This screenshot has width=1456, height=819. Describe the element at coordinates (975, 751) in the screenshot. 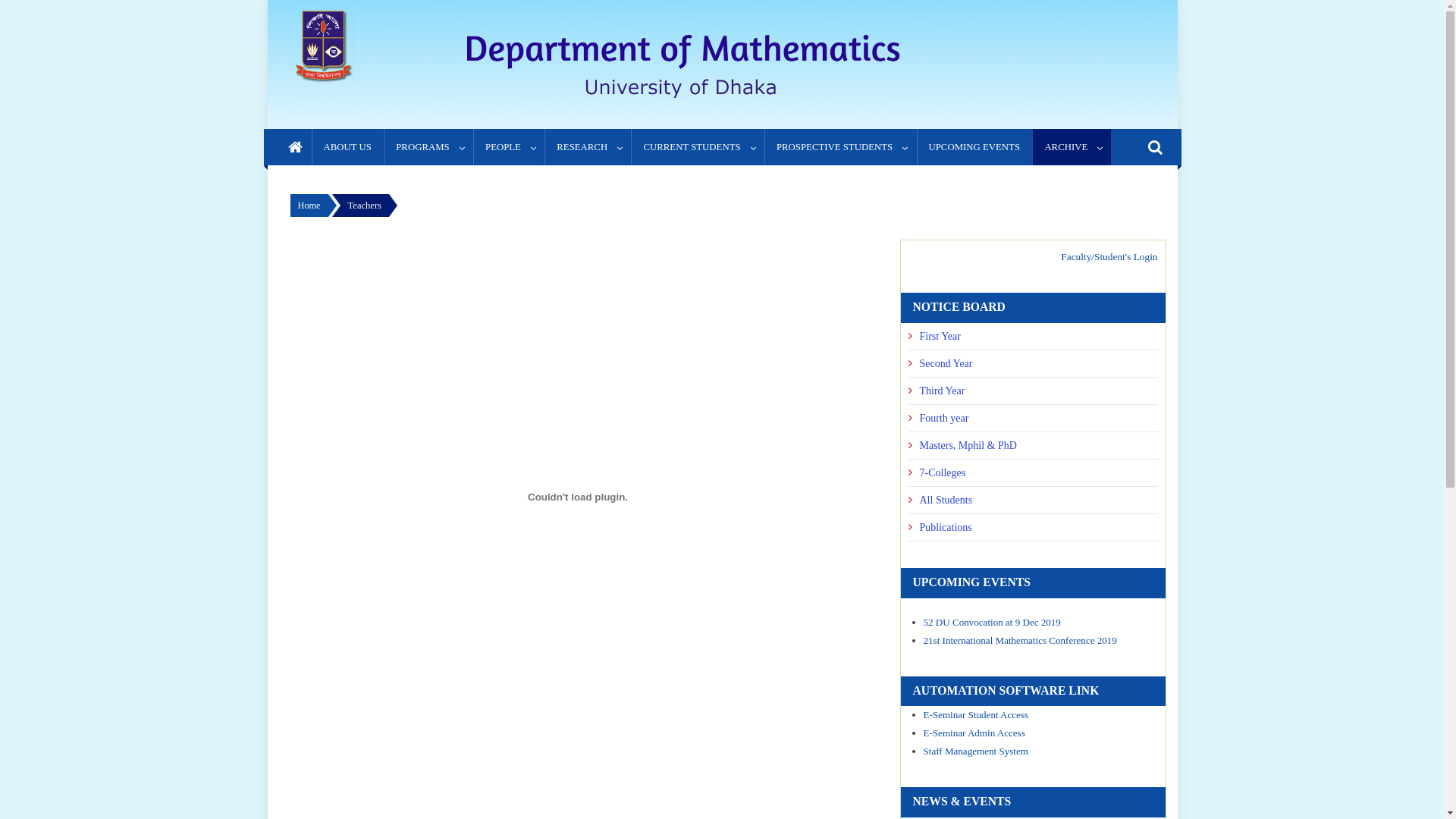

I see `'Staff Management System'` at that location.